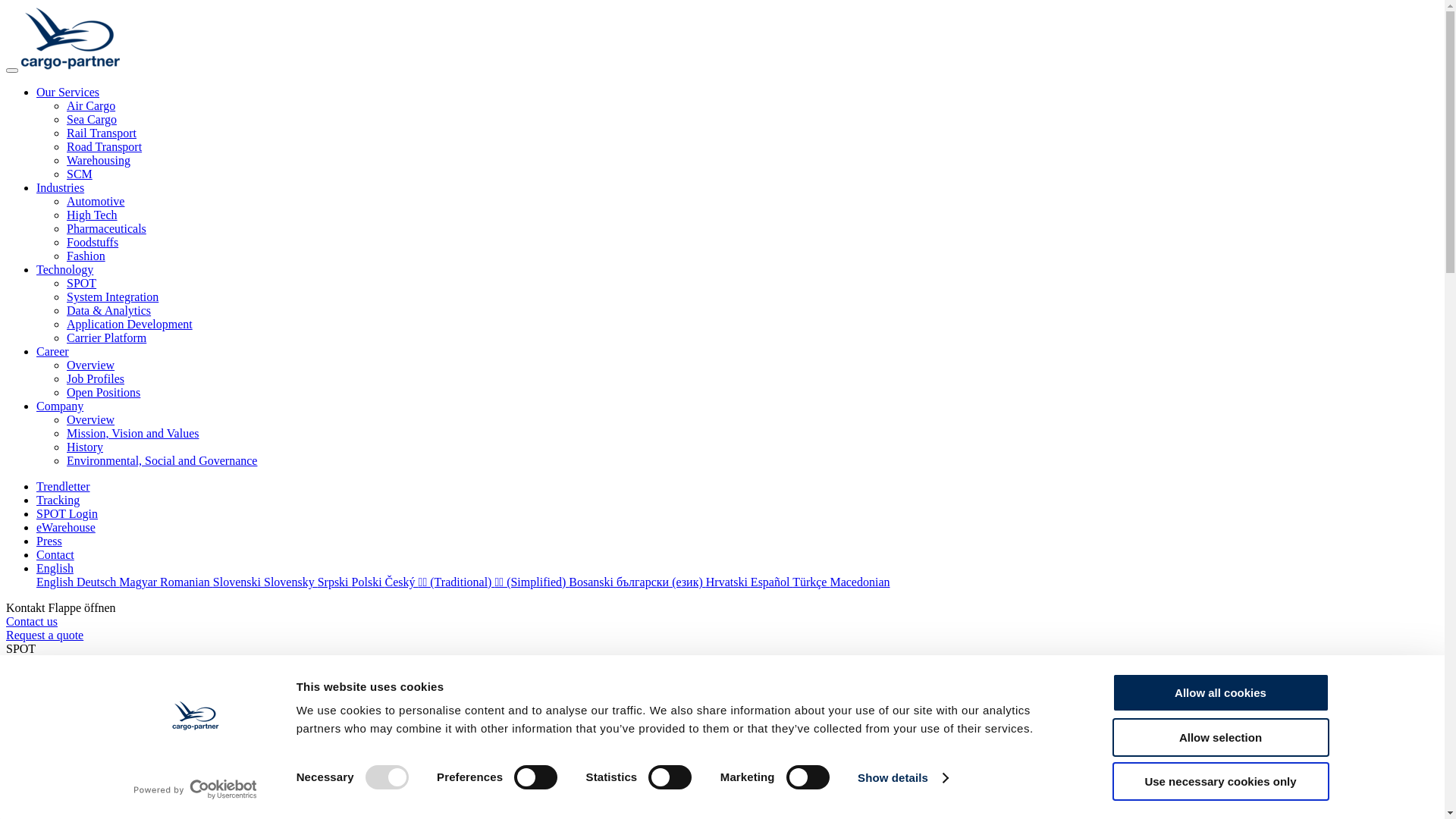 The height and width of the screenshot is (819, 1456). I want to click on 'System Integration', so click(65, 297).